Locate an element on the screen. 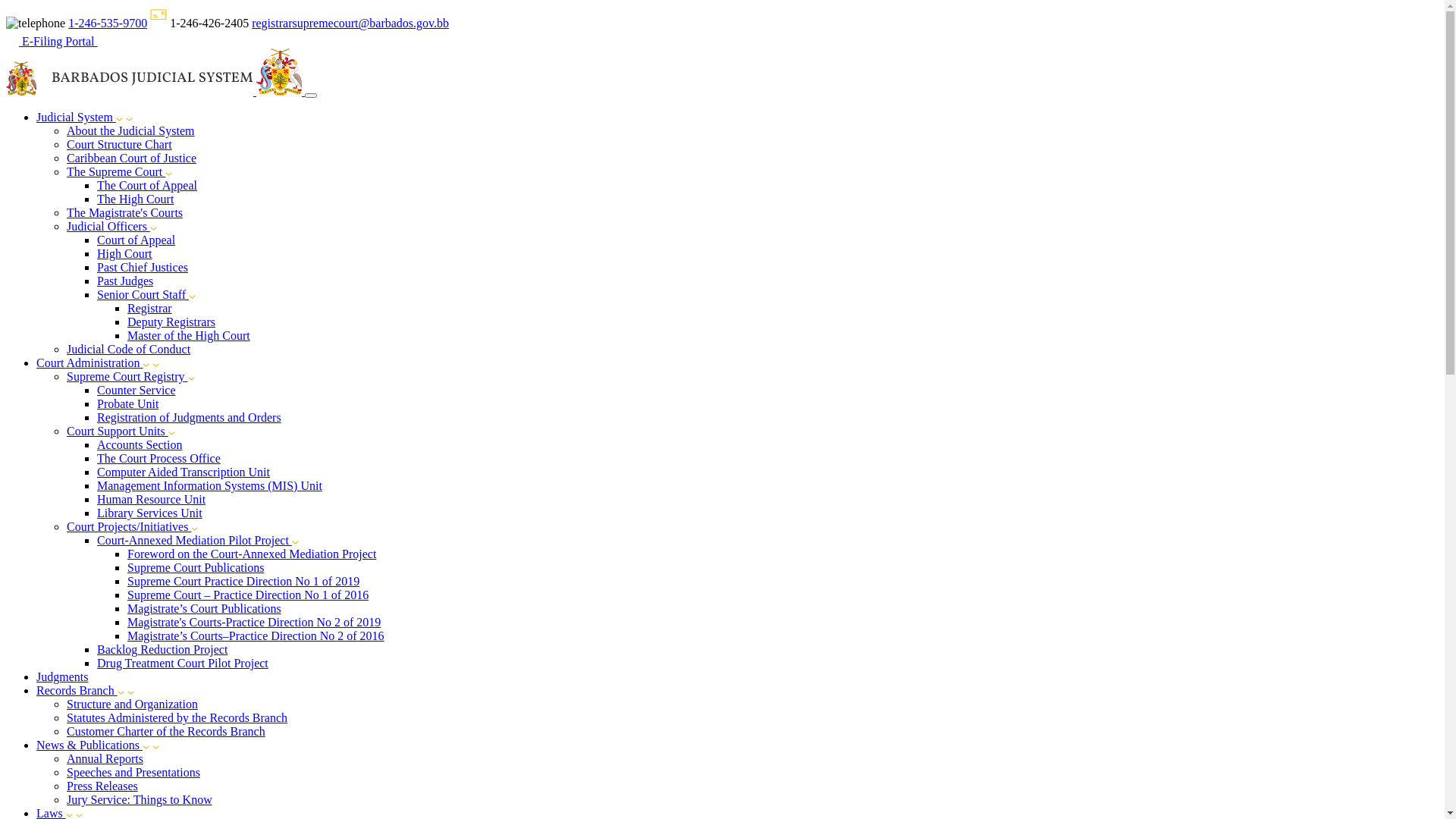  'Past Chief Justices' is located at coordinates (142, 266).